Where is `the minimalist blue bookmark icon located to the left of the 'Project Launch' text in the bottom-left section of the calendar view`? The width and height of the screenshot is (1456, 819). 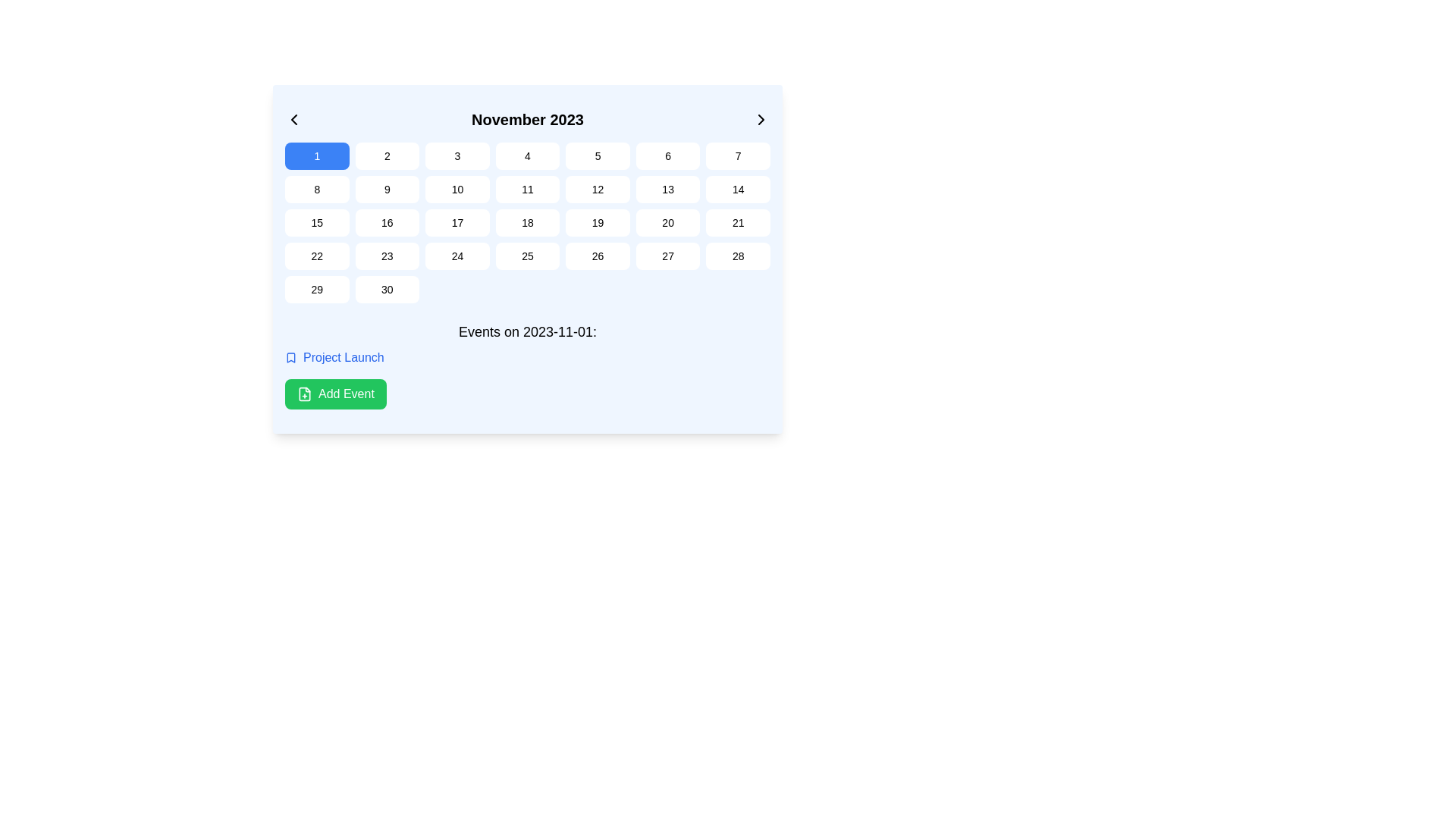
the minimalist blue bookmark icon located to the left of the 'Project Launch' text in the bottom-left section of the calendar view is located at coordinates (291, 357).